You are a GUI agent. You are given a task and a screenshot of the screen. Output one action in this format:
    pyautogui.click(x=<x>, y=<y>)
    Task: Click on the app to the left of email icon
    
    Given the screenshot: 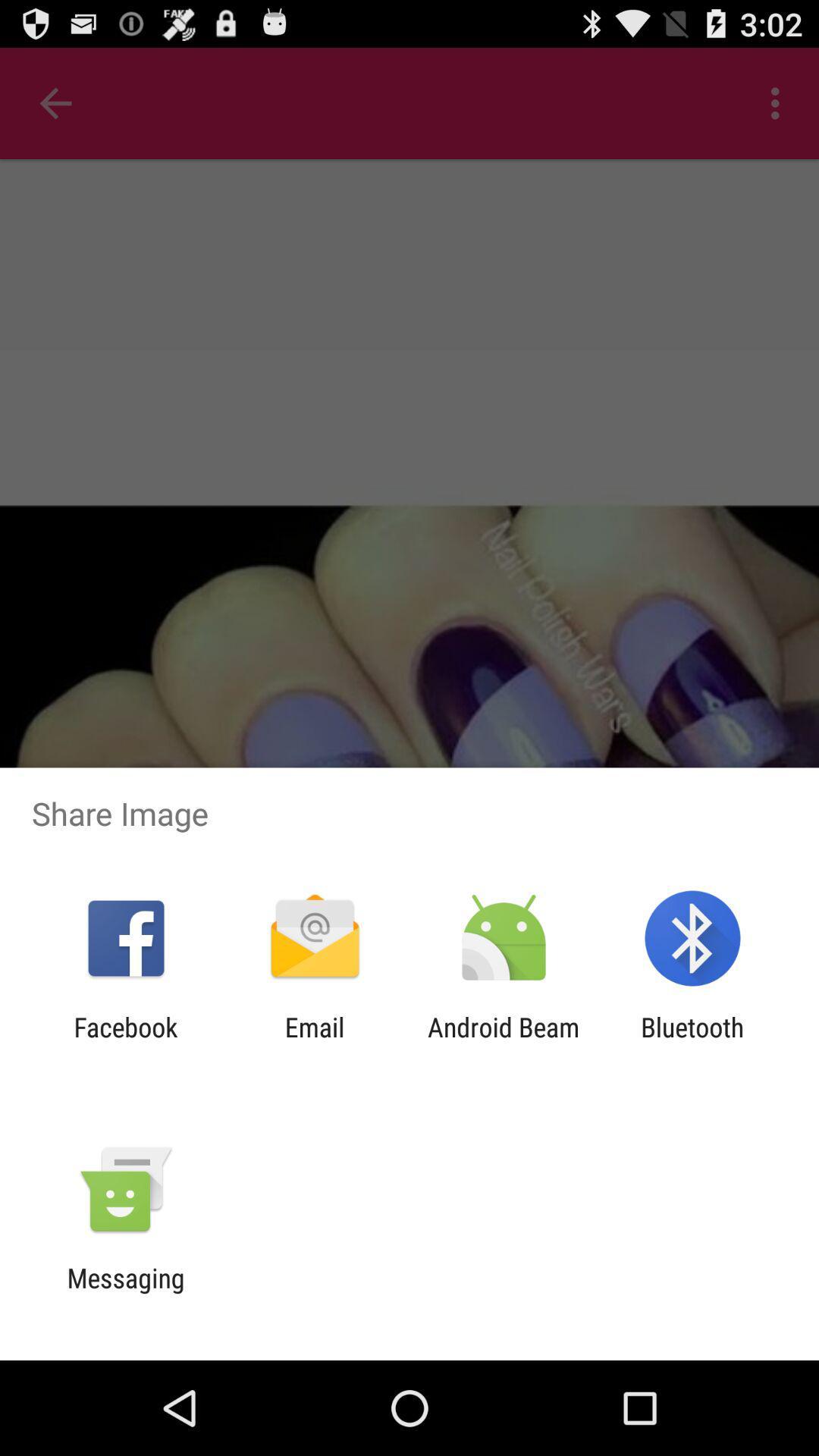 What is the action you would take?
    pyautogui.click(x=125, y=1042)
    